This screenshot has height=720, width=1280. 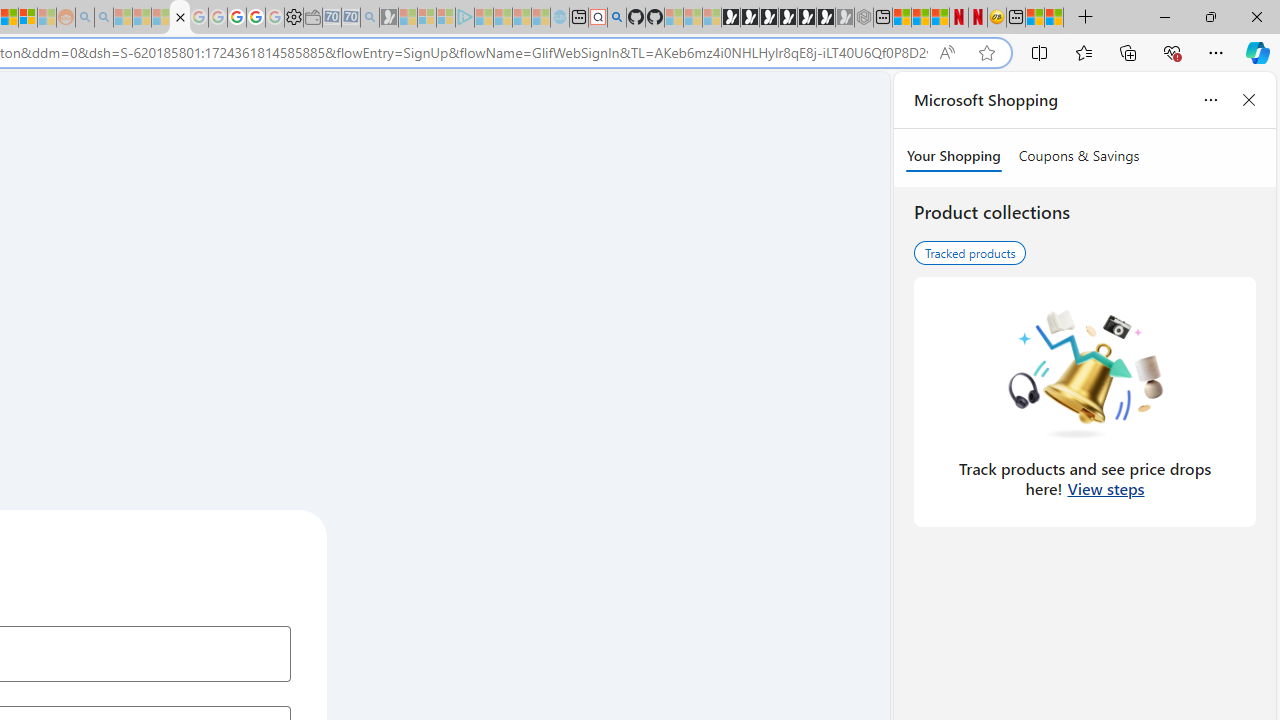 What do you see at coordinates (369, 17) in the screenshot?
I see `'Bing Real Estate - Home sales and rental listings - Sleeping'` at bounding box center [369, 17].